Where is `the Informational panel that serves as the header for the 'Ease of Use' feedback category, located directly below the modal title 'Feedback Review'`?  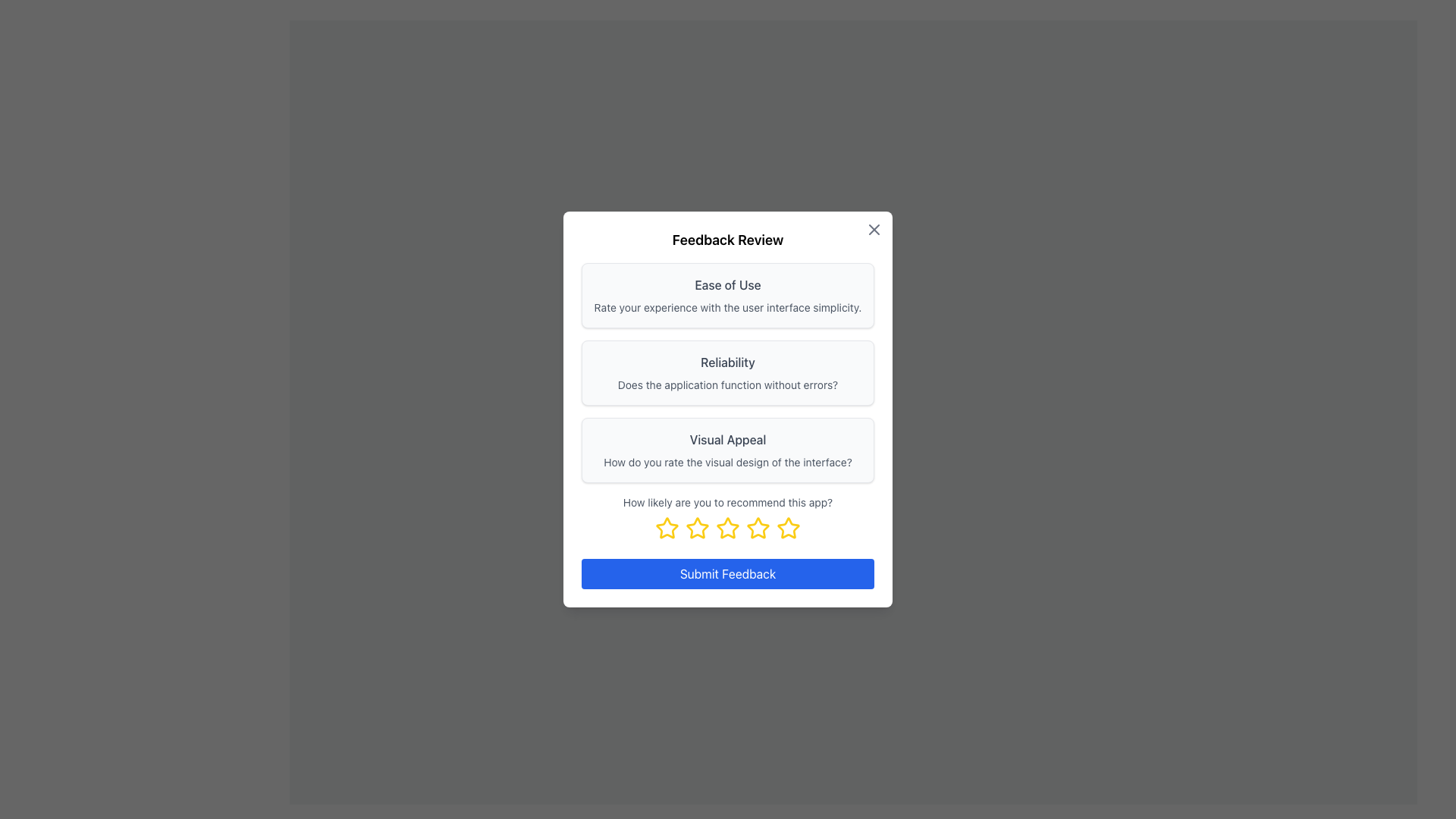
the Informational panel that serves as the header for the 'Ease of Use' feedback category, located directly below the modal title 'Feedback Review' is located at coordinates (728, 295).